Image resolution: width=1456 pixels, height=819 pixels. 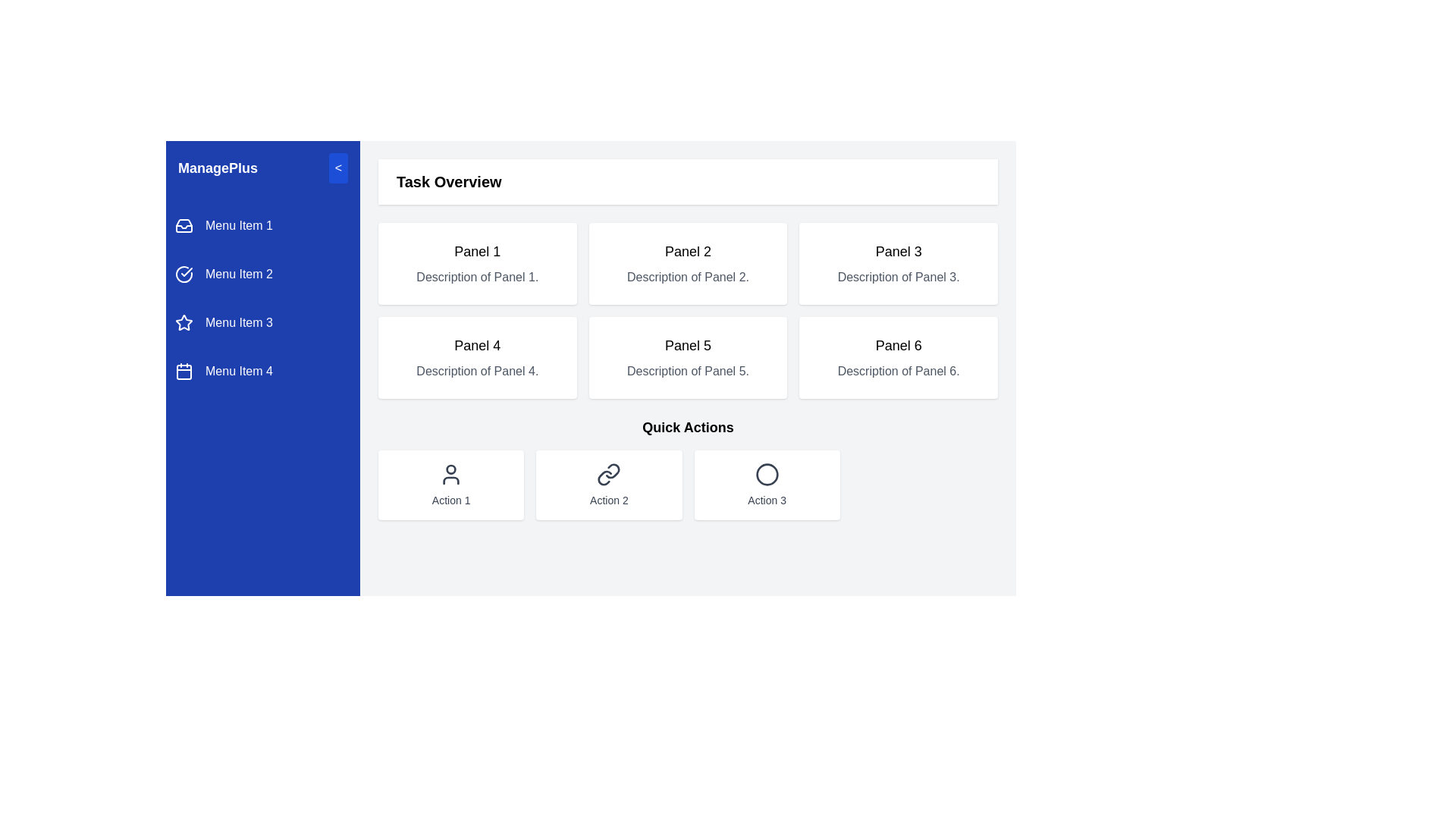 I want to click on the Informational panel identified as 'Panel 5', which features a white background, shadowed borders, and contains the text 'Panel 5' and 'Description of Panel 5.', so click(x=687, y=357).